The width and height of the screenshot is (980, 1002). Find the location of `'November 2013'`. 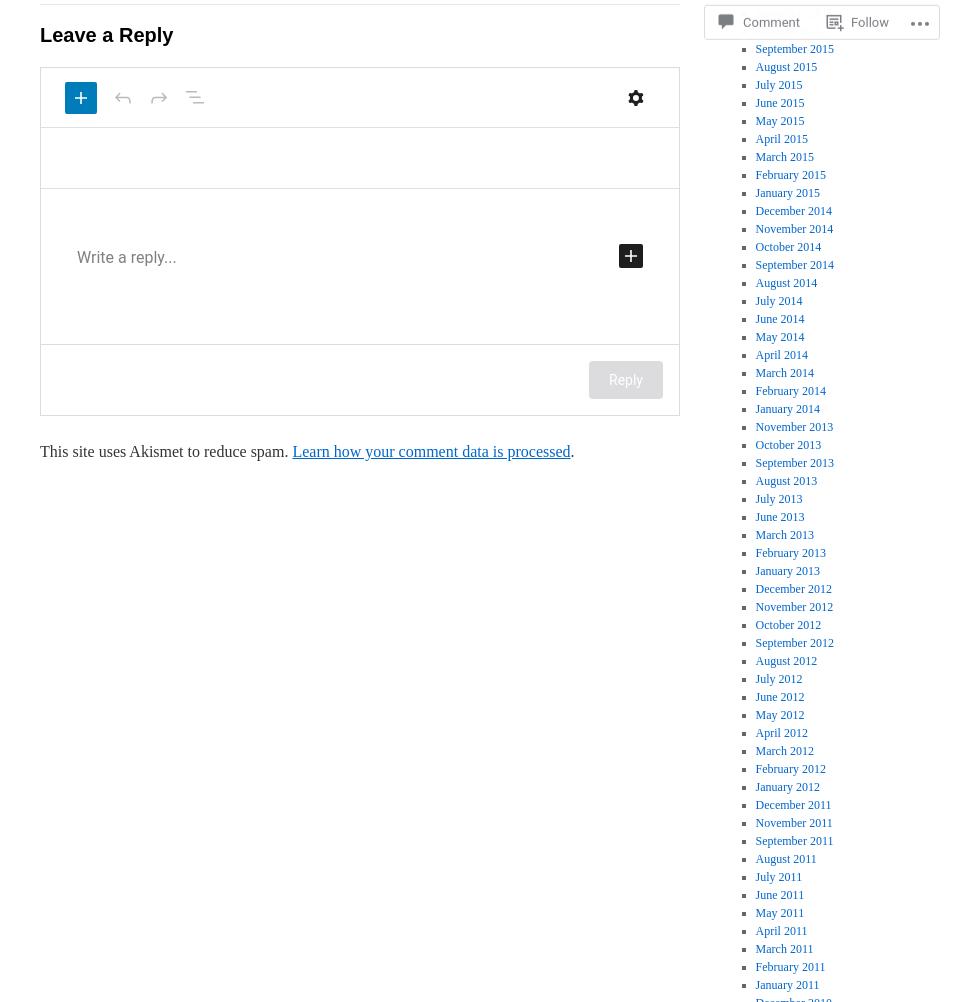

'November 2013' is located at coordinates (754, 425).